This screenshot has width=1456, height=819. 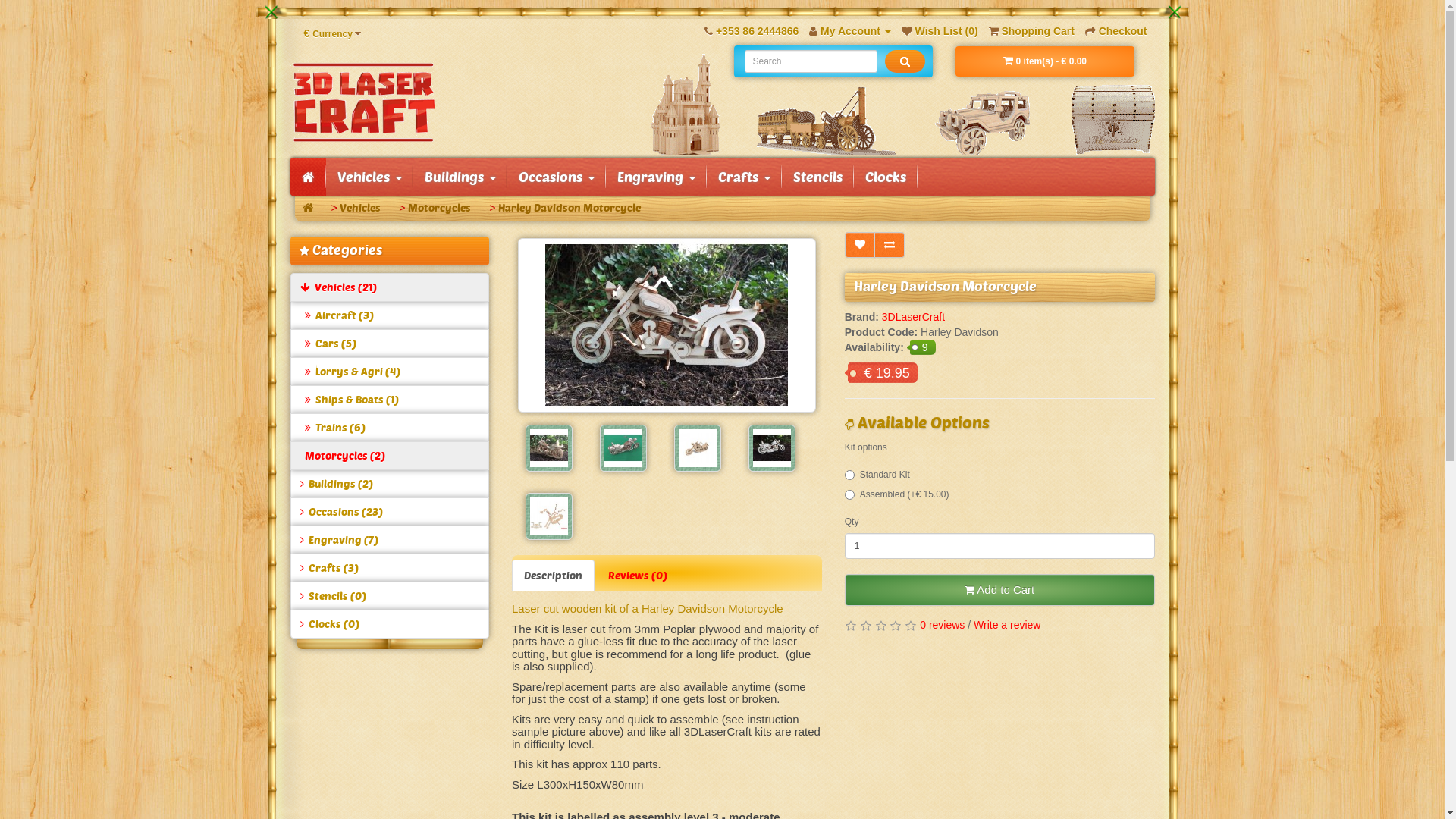 I want to click on '  Crafts (3)', so click(x=290, y=567).